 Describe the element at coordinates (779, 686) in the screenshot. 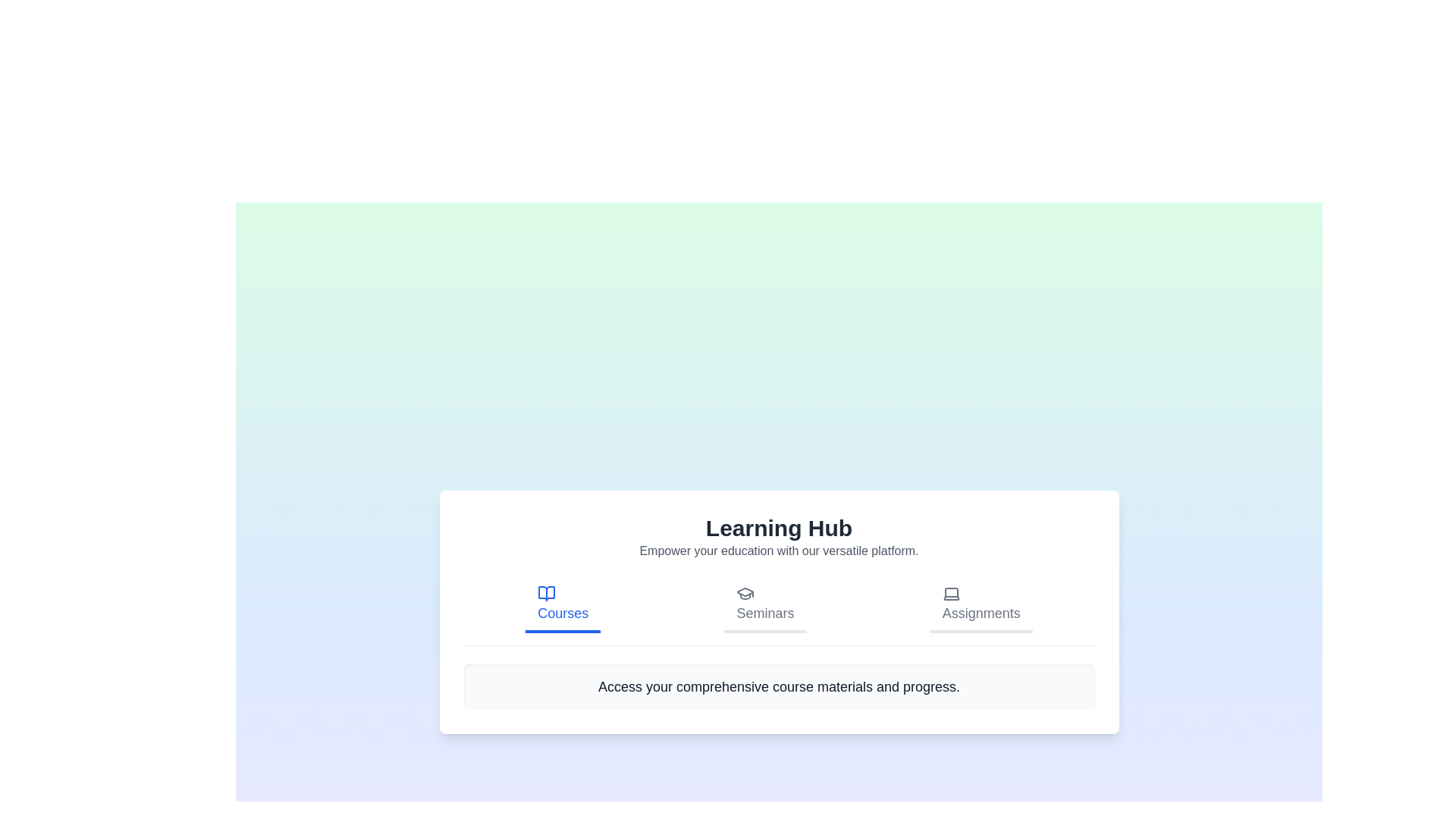

I see `the text box with a light gray background and rounded corners, containing the text 'Access your comprehensive course materials and progress.'` at that location.